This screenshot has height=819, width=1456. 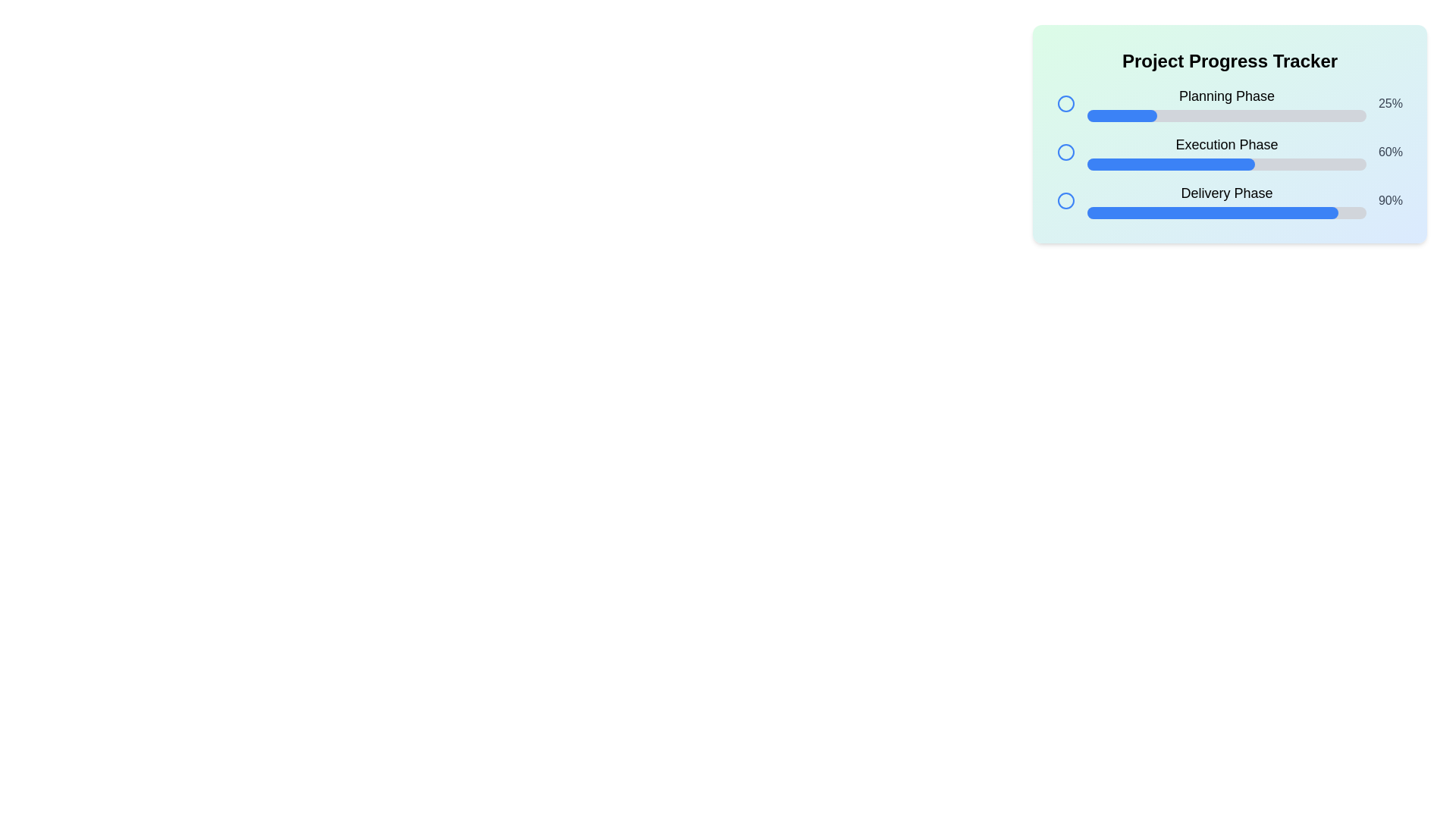 What do you see at coordinates (1226, 96) in the screenshot?
I see `the text label indicating the title or name of the first phase in the progress tracker, which is located at the top of the progress tracker section` at bounding box center [1226, 96].